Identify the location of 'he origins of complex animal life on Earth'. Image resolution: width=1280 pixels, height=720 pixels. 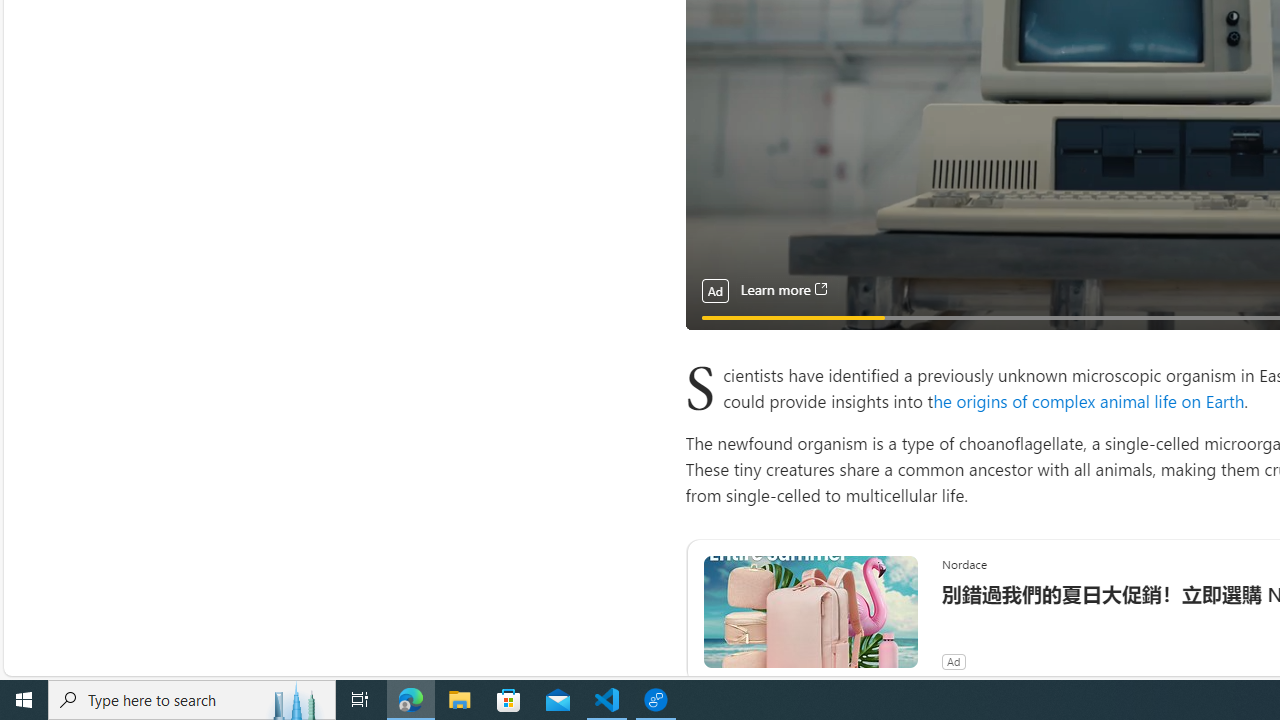
(1088, 400).